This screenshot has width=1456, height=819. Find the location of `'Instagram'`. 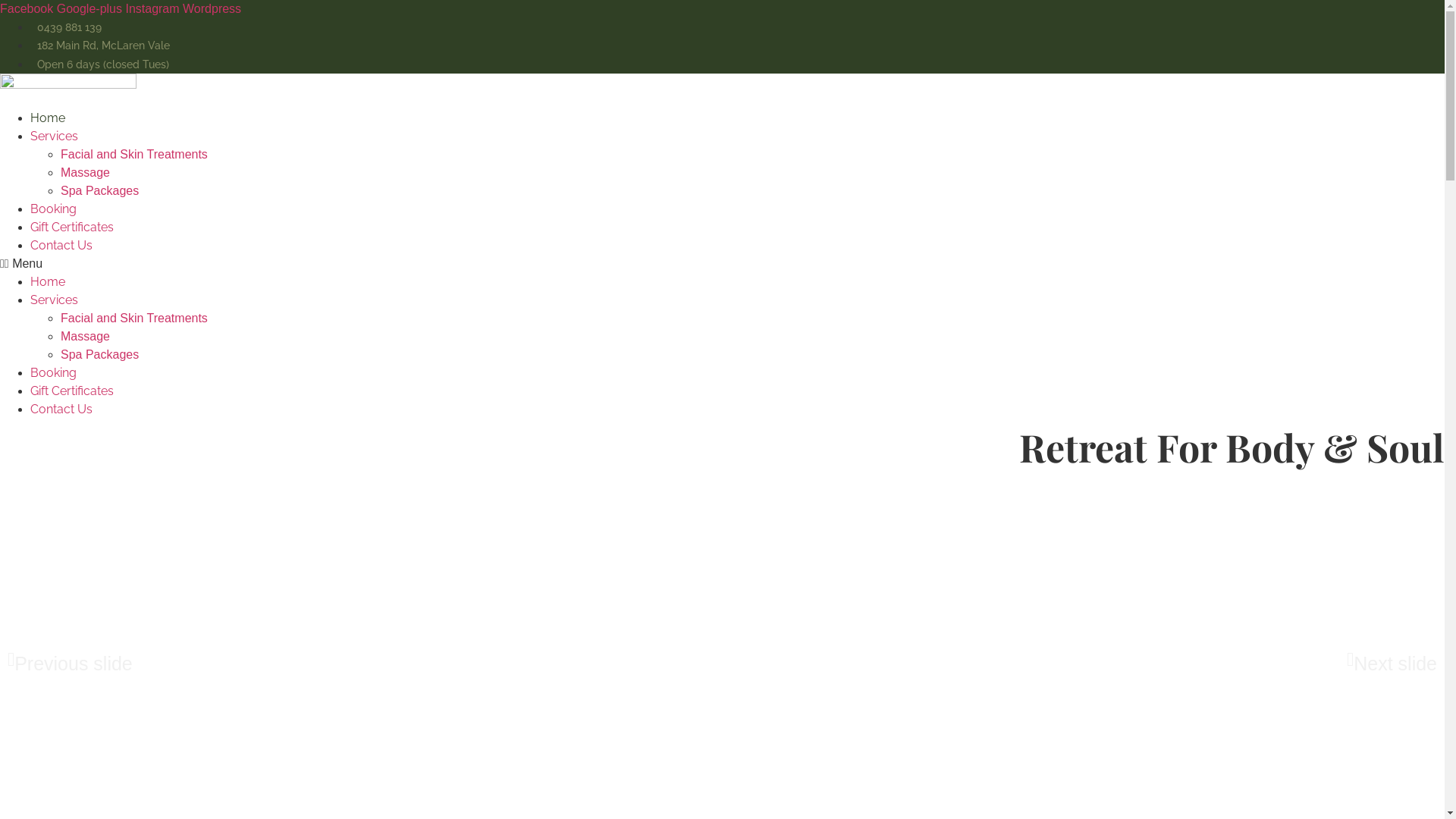

'Instagram' is located at coordinates (153, 8).